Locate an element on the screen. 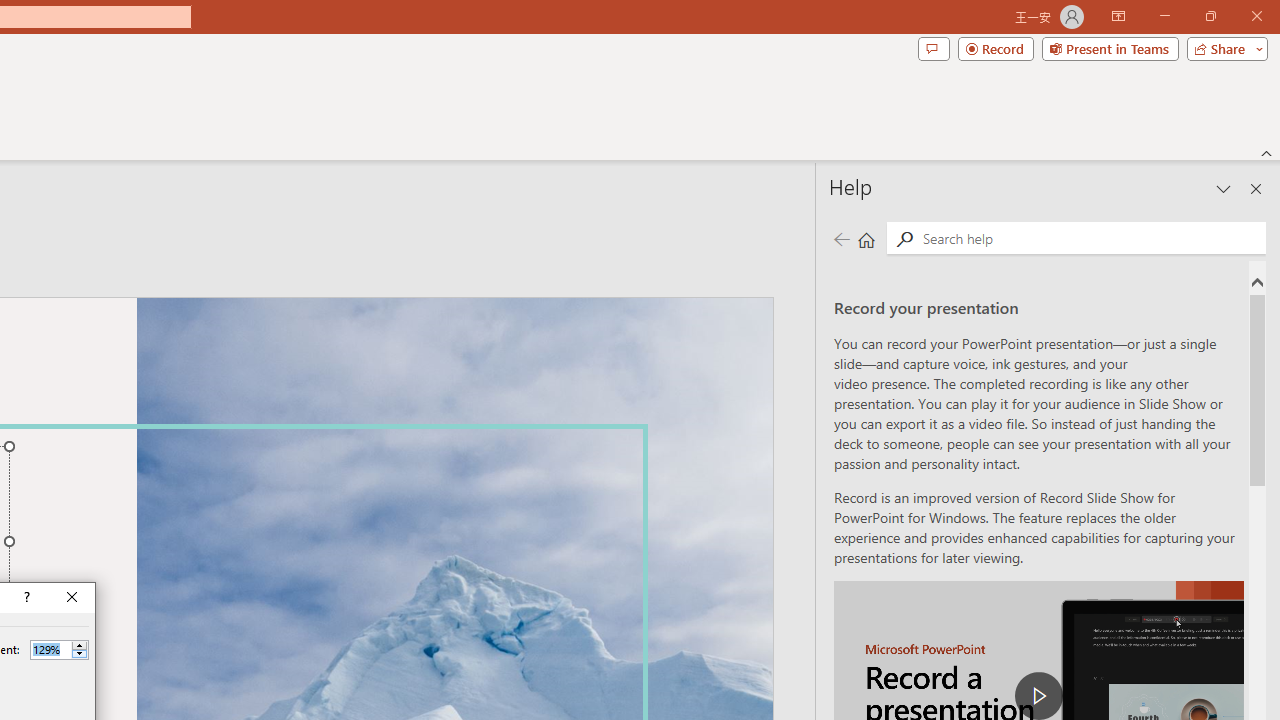  'Previous page' is located at coordinates (841, 238).